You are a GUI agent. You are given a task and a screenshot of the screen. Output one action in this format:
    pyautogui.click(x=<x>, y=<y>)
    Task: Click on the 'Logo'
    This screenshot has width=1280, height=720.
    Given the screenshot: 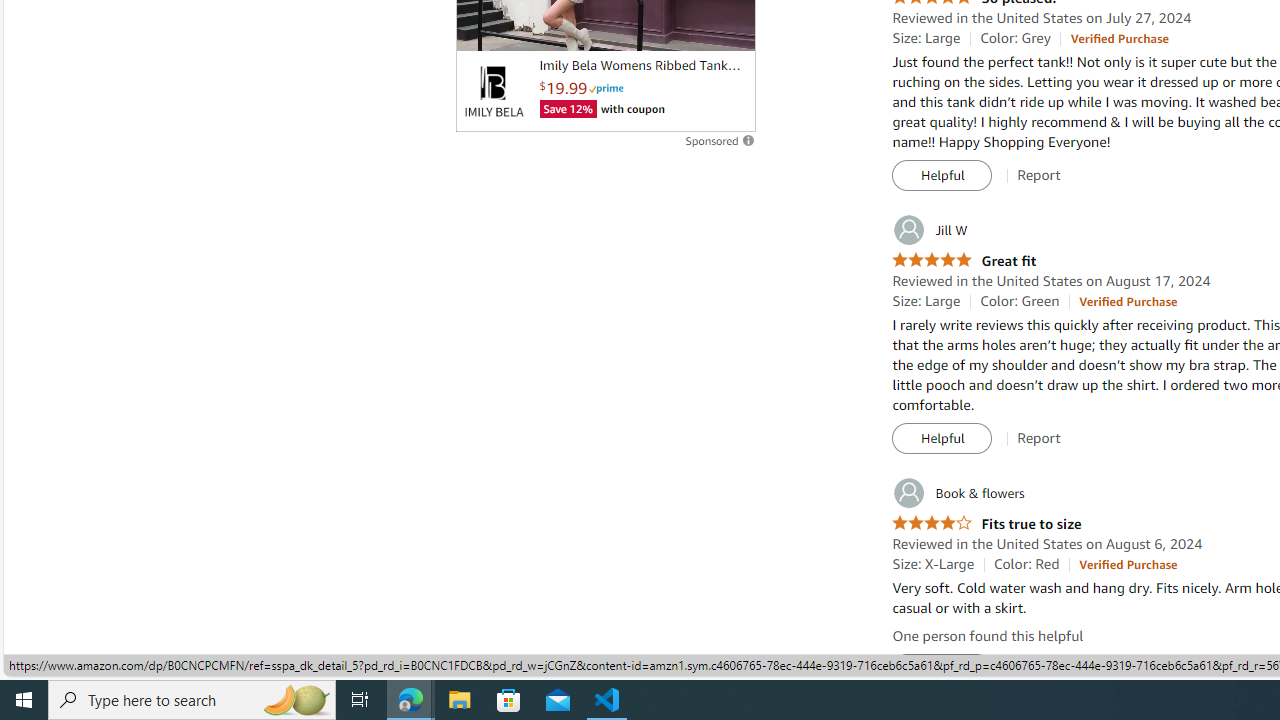 What is the action you would take?
    pyautogui.click(x=493, y=91)
    